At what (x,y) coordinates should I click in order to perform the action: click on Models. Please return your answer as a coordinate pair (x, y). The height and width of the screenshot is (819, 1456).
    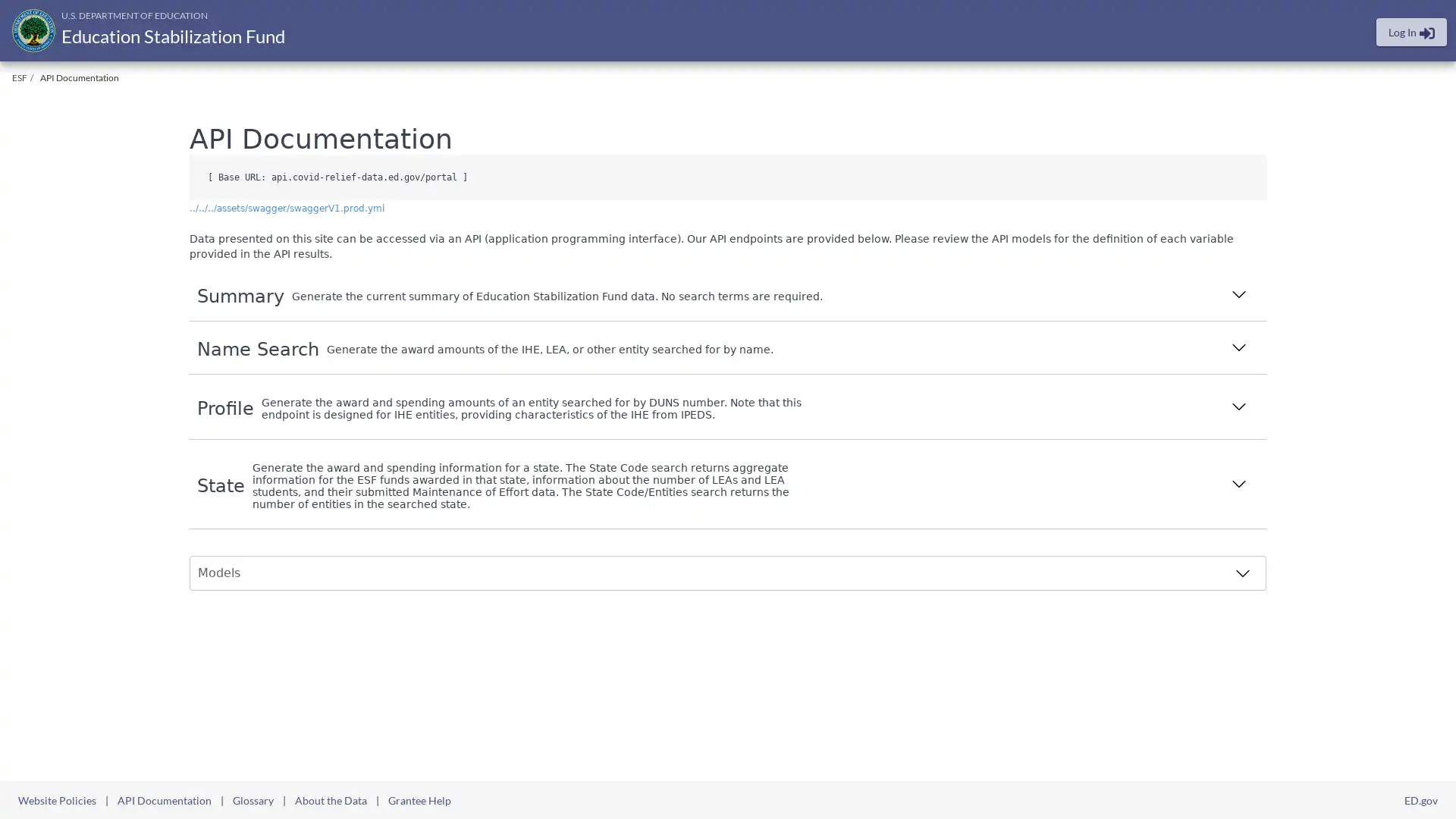
    Looking at the image, I should click on (723, 573).